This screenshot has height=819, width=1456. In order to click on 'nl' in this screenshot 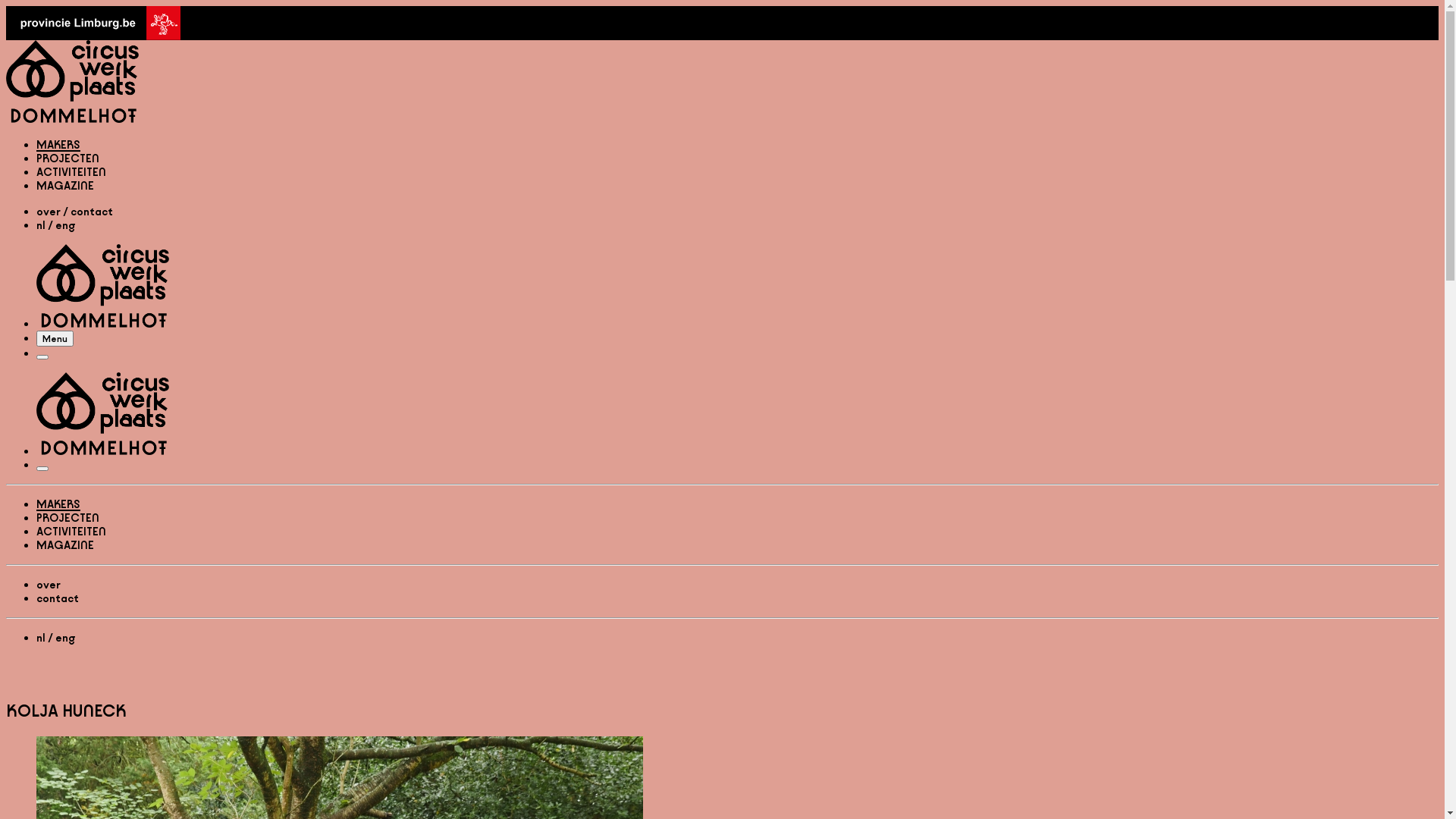, I will do `click(40, 638)`.